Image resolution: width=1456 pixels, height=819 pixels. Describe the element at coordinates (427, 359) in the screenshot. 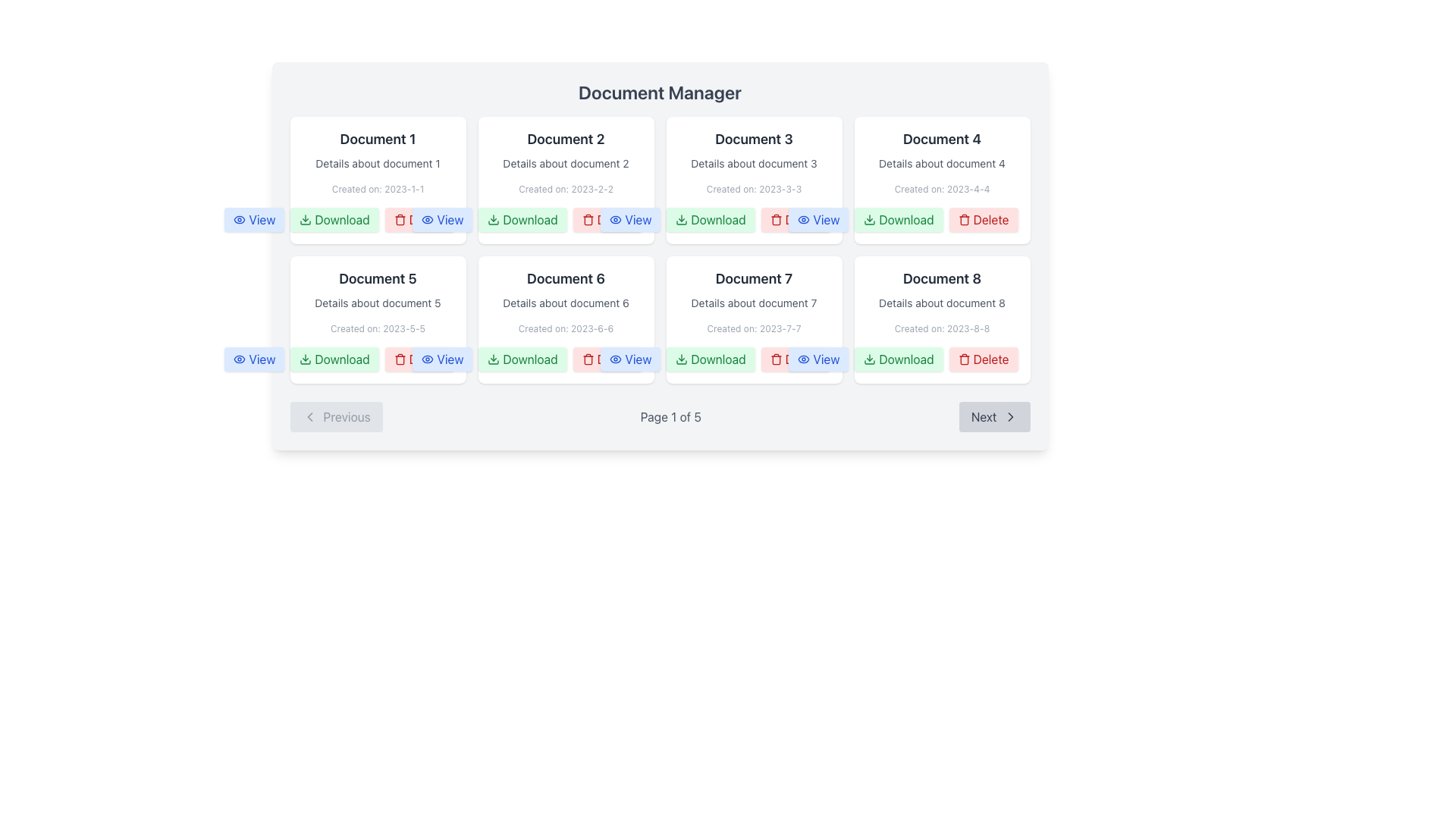

I see `the outer elliptical component of the eye-shaped icon indicating visibility, located under 'Document 5' near the 'View' button` at that location.